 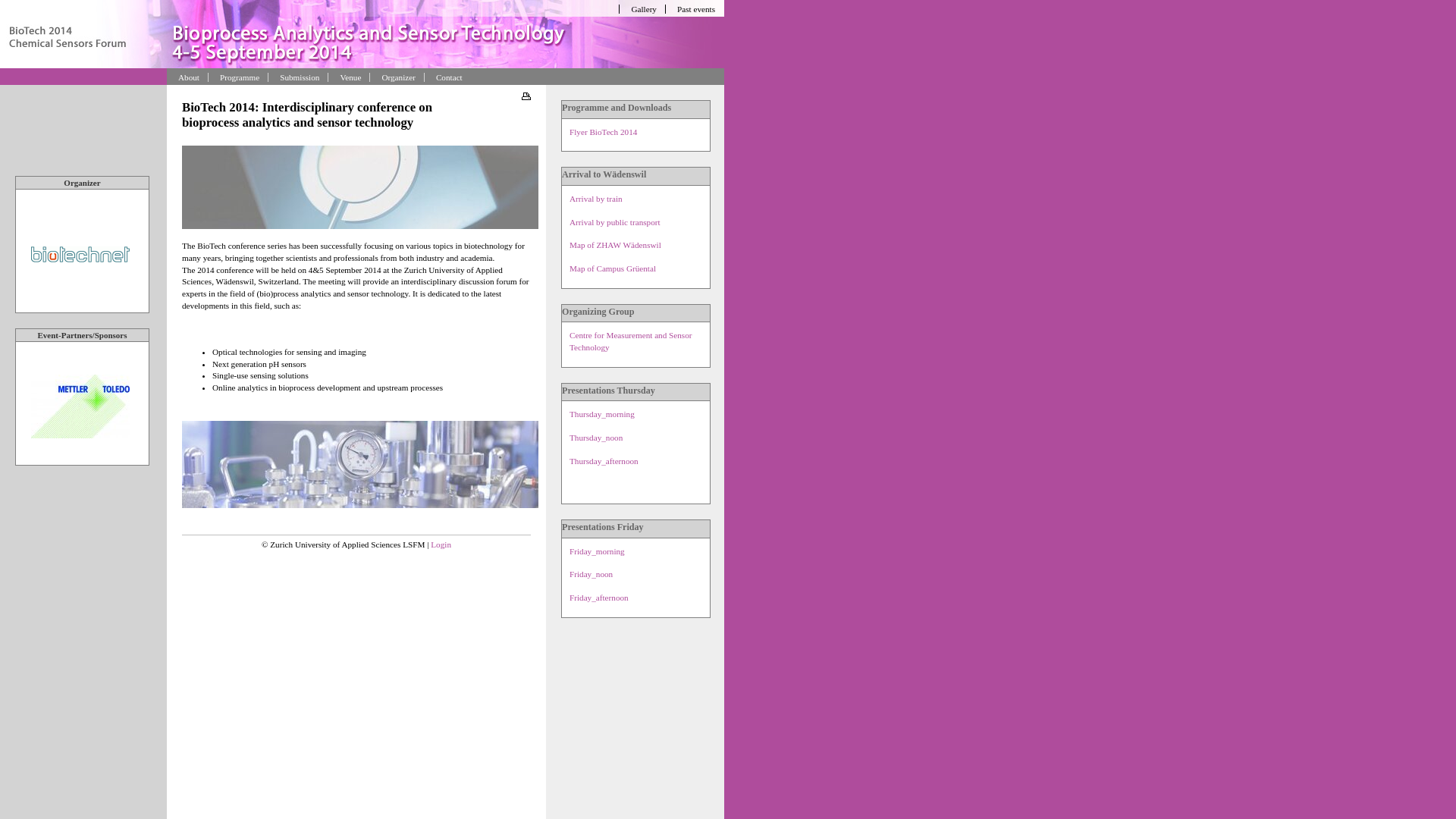 What do you see at coordinates (598, 596) in the screenshot?
I see `'Friday_afternoon'` at bounding box center [598, 596].